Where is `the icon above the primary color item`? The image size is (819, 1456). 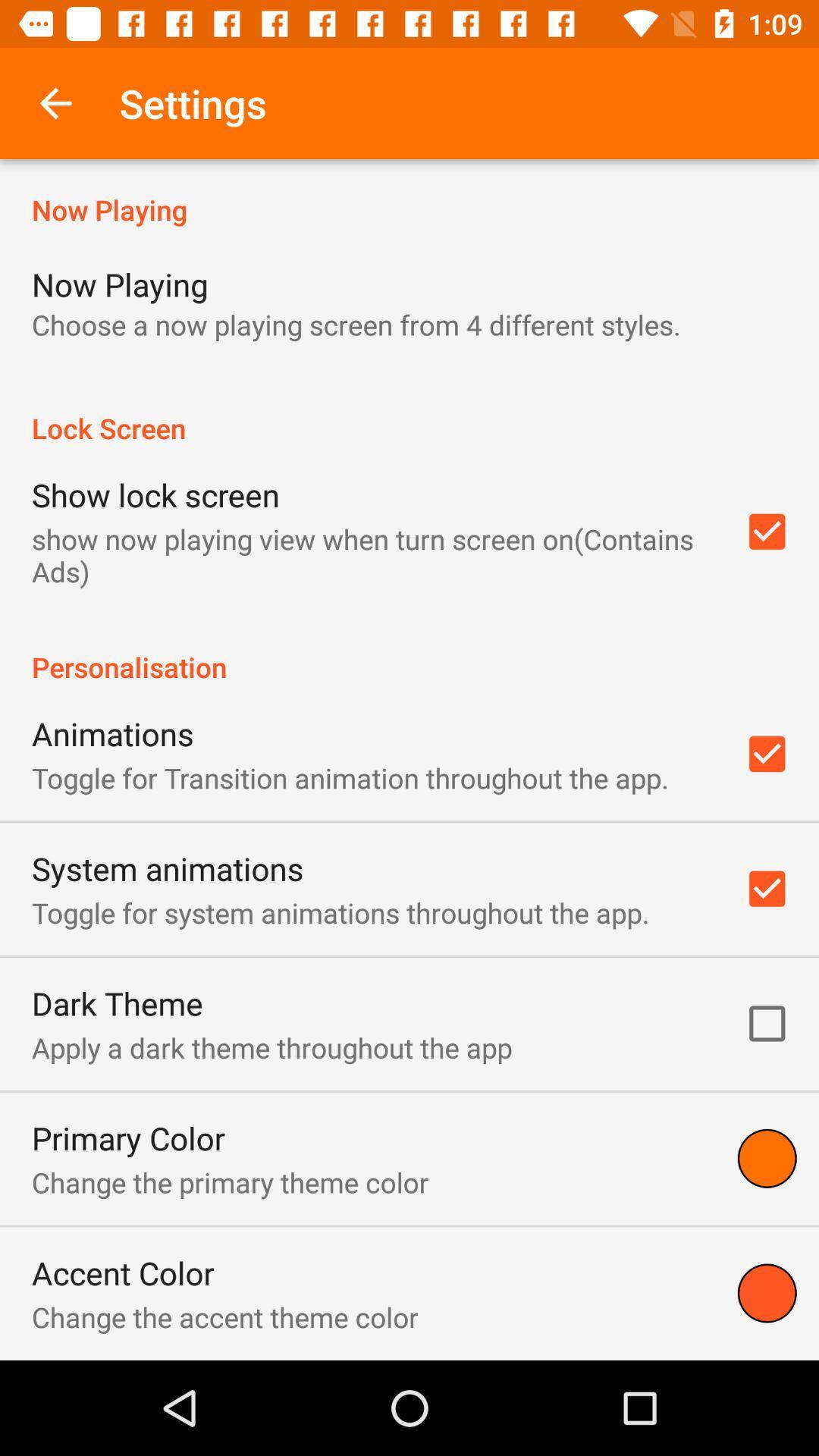
the icon above the primary color item is located at coordinates (271, 1046).